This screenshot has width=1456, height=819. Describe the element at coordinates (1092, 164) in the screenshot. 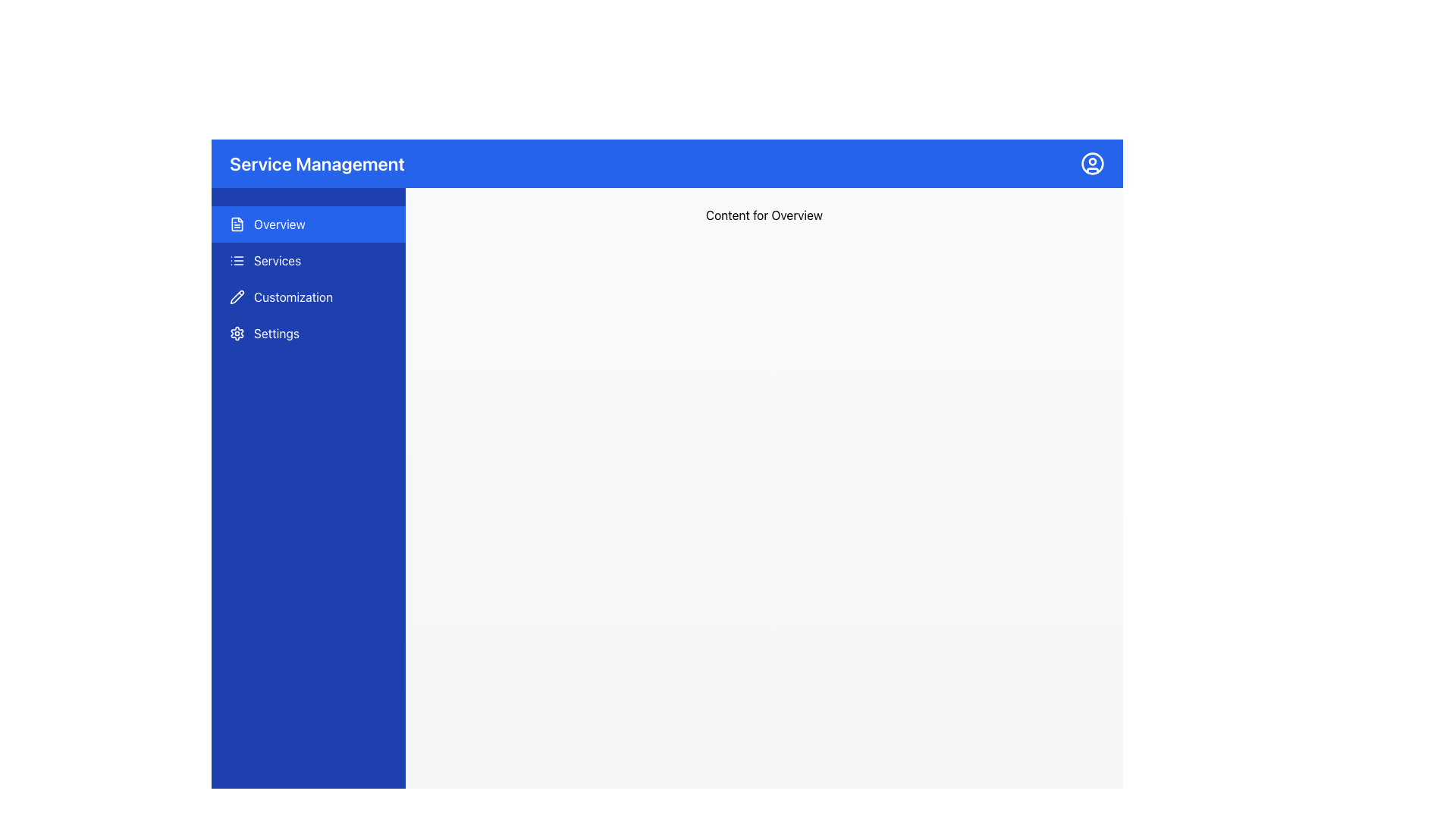

I see `the circular user profile icon with a blue background located in the top-right corner of the blue header bar` at that location.